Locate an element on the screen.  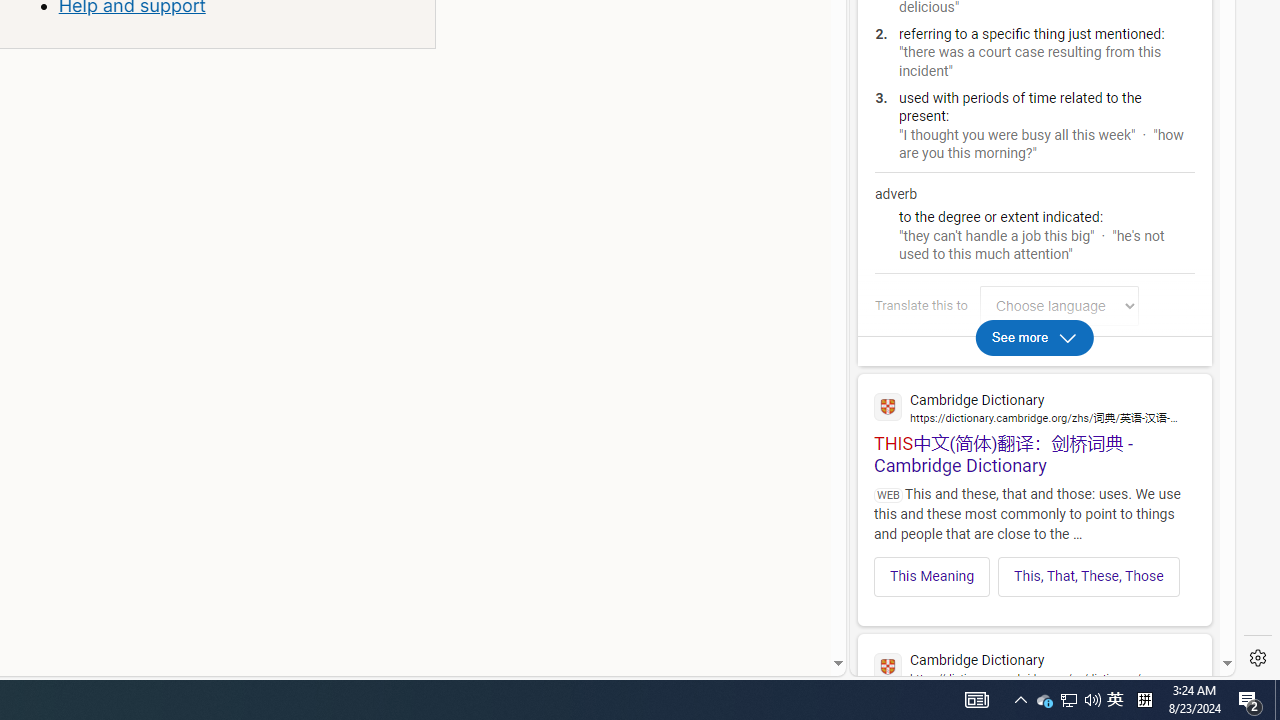
'This Meaning' is located at coordinates (931, 576).